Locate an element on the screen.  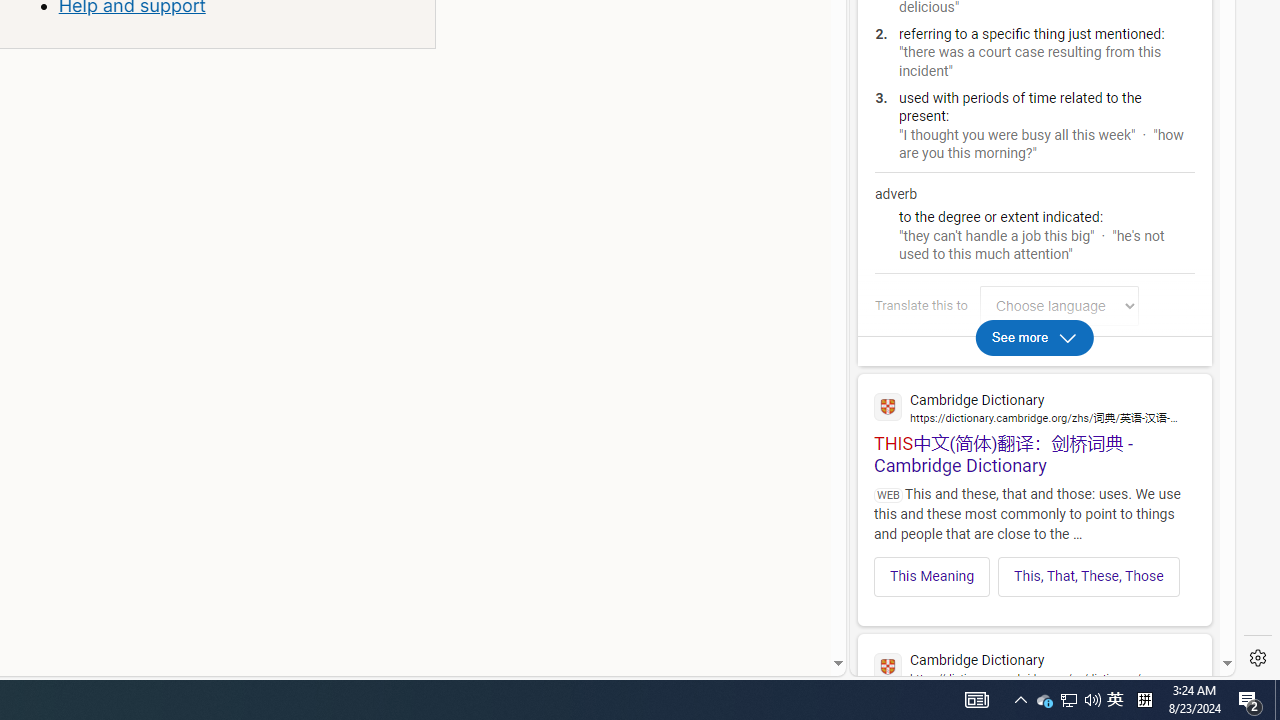
'This Meaning' is located at coordinates (931, 576).